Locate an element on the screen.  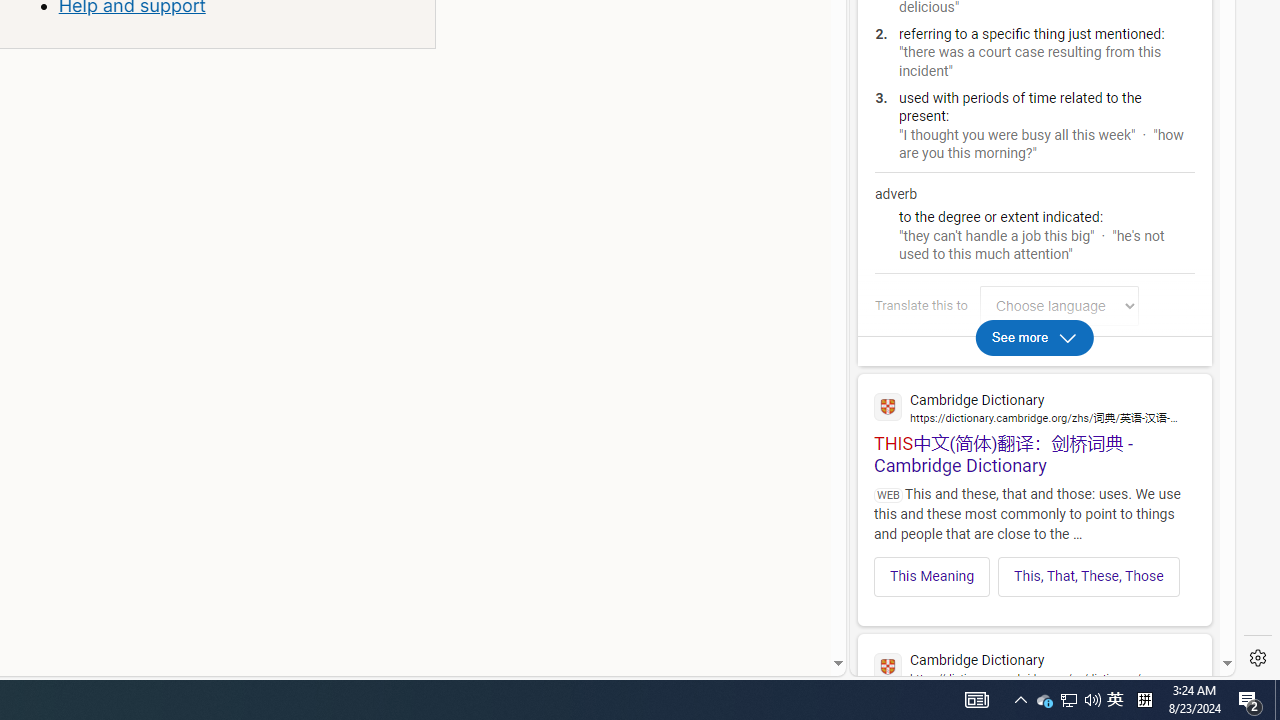
'This Meaning' is located at coordinates (931, 576).